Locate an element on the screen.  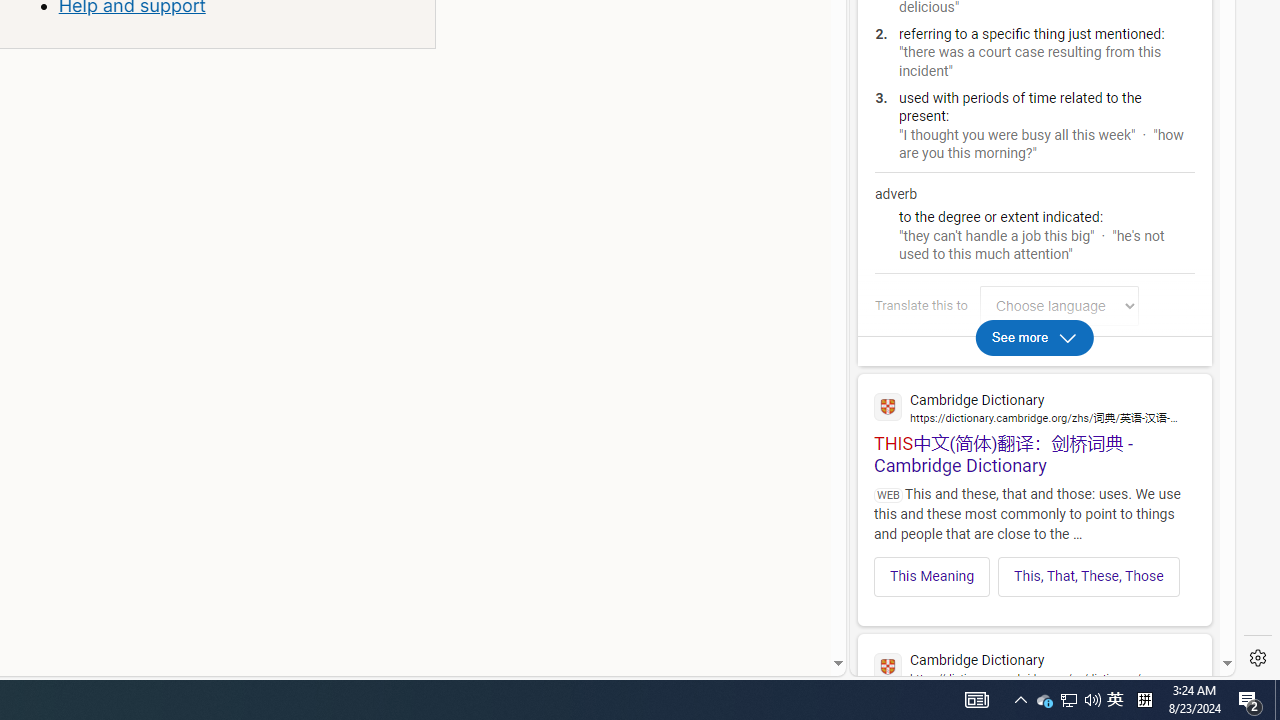
'This Meaning' is located at coordinates (931, 576).